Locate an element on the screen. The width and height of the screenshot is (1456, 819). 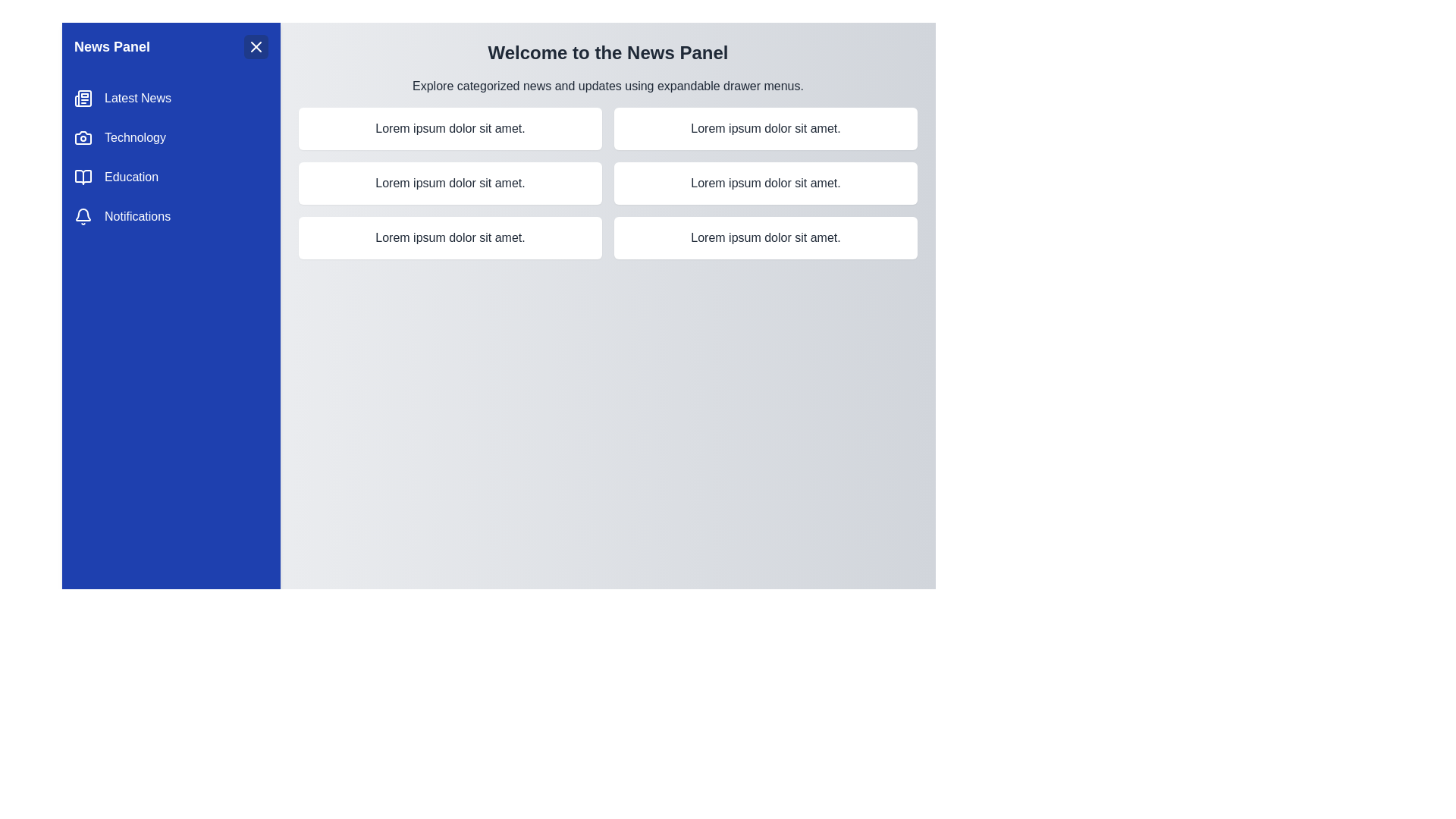
the Latest News category in the drawer menu is located at coordinates (171, 99).